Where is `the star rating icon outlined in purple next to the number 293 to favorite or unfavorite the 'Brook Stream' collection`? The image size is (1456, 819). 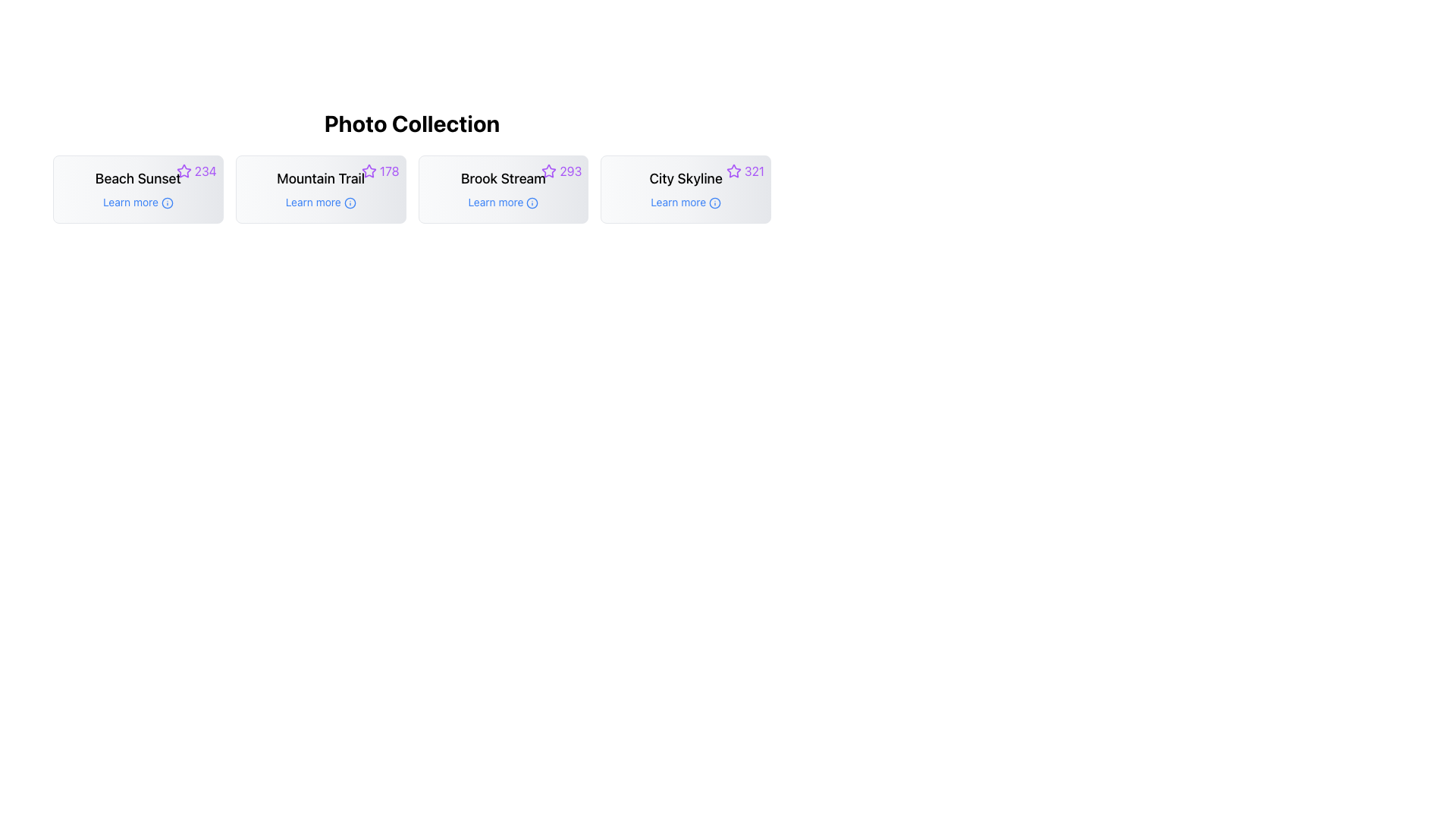
the star rating icon outlined in purple next to the number 293 to favorite or unfavorite the 'Brook Stream' collection is located at coordinates (548, 170).